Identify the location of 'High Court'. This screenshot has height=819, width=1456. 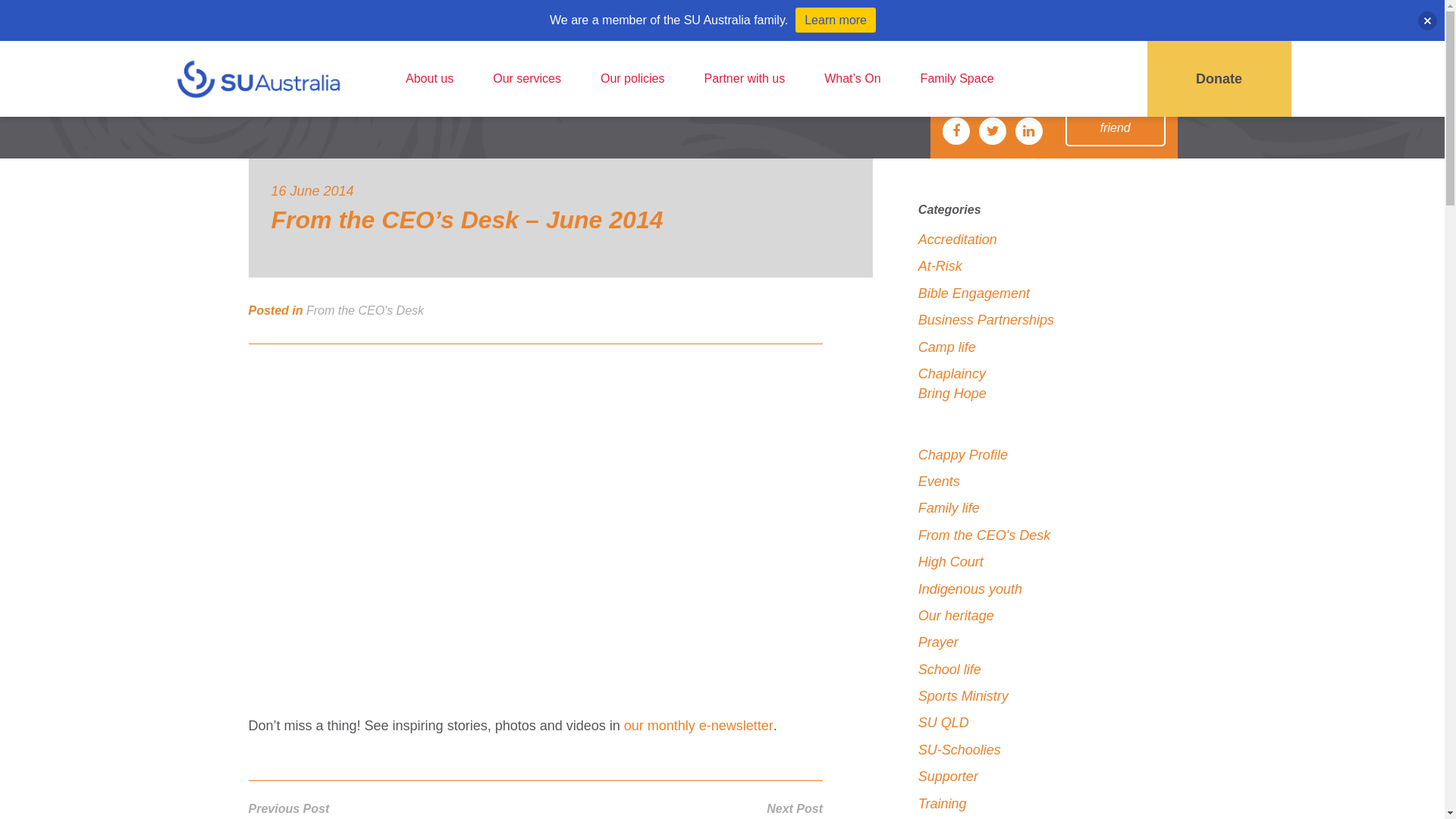
(949, 561).